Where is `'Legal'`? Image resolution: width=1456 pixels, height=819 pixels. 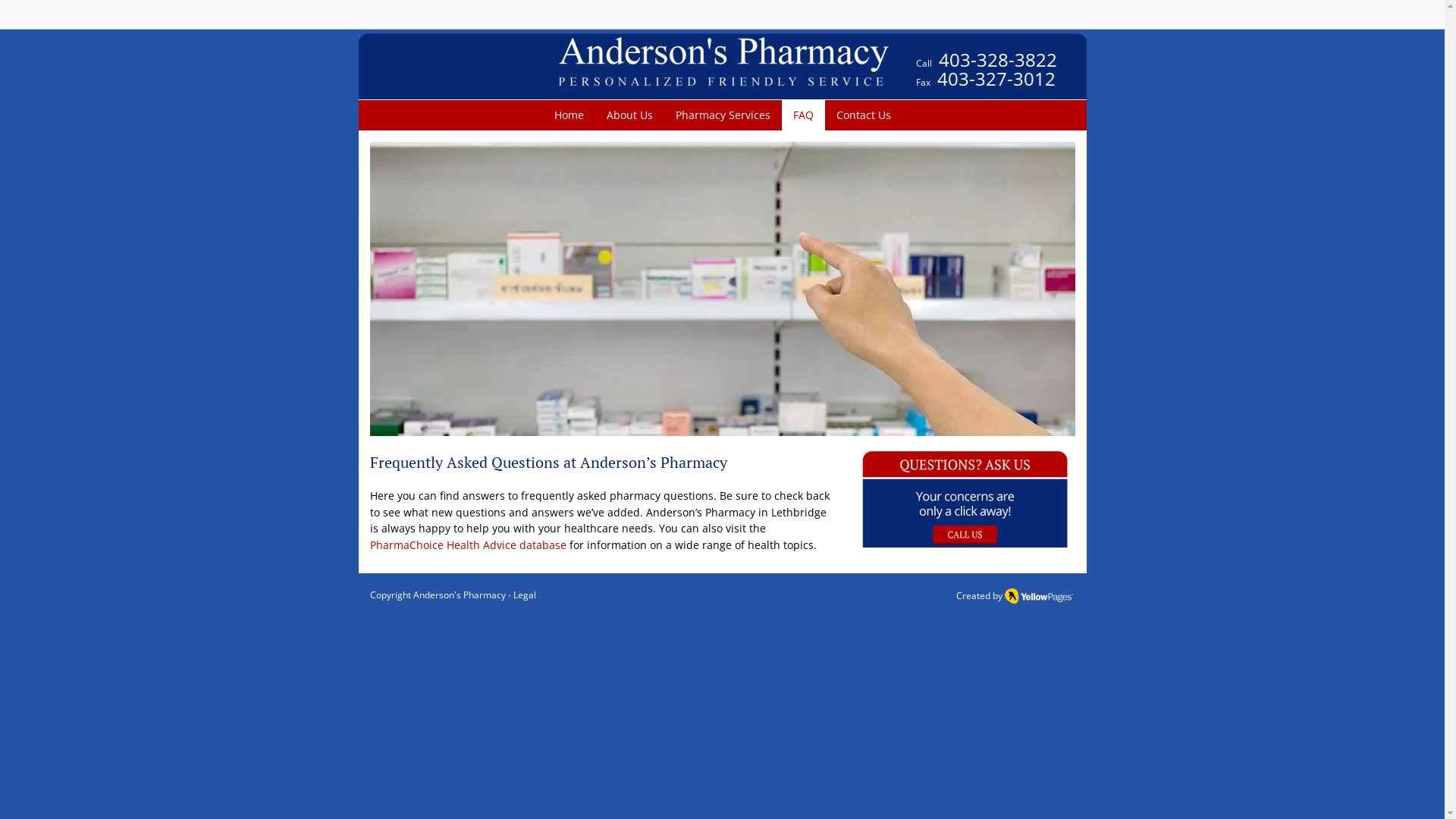
'Legal' is located at coordinates (513, 594).